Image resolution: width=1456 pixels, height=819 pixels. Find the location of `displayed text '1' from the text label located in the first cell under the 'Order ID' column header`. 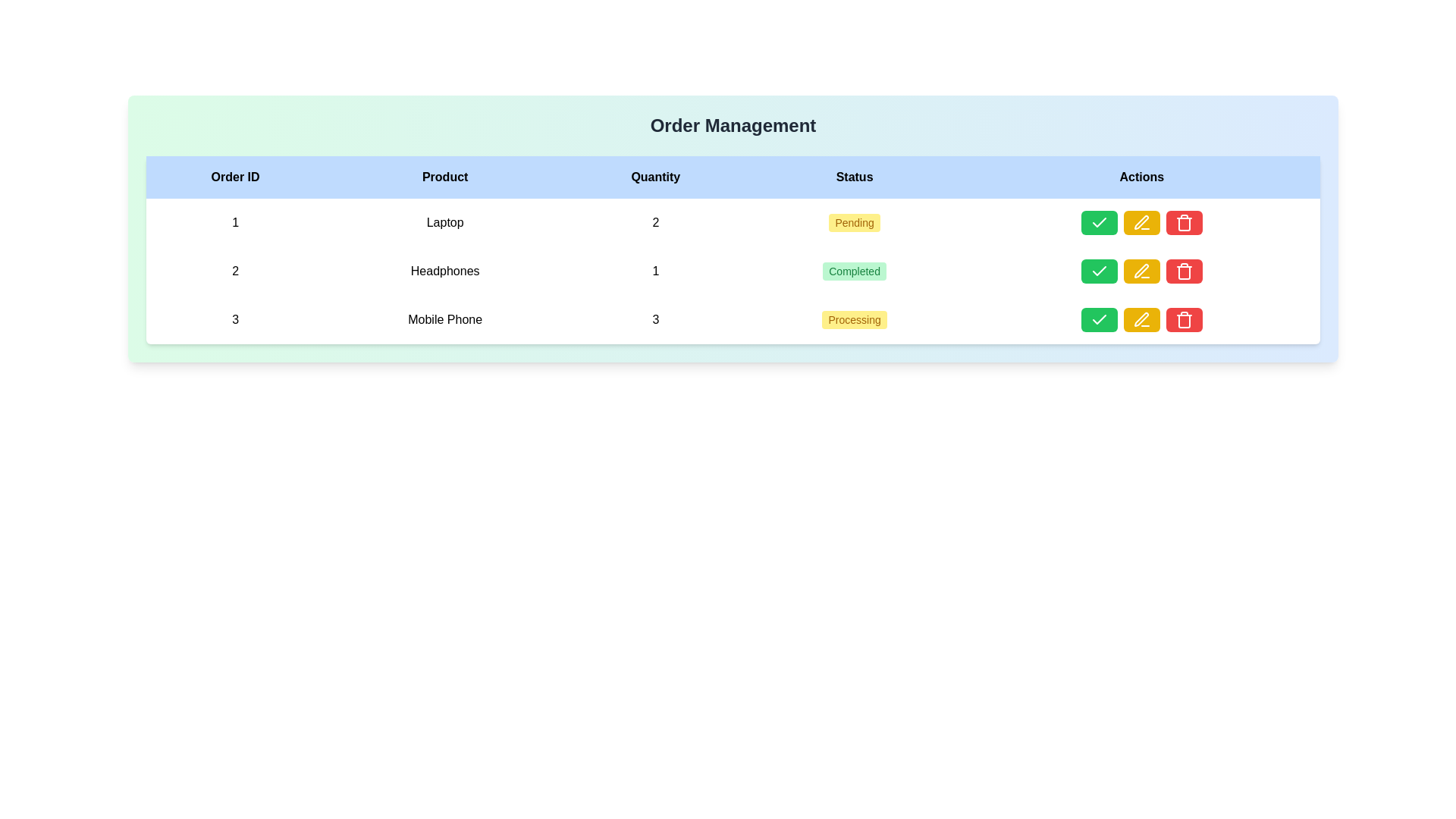

displayed text '1' from the text label located in the first cell under the 'Order ID' column header is located at coordinates (234, 222).